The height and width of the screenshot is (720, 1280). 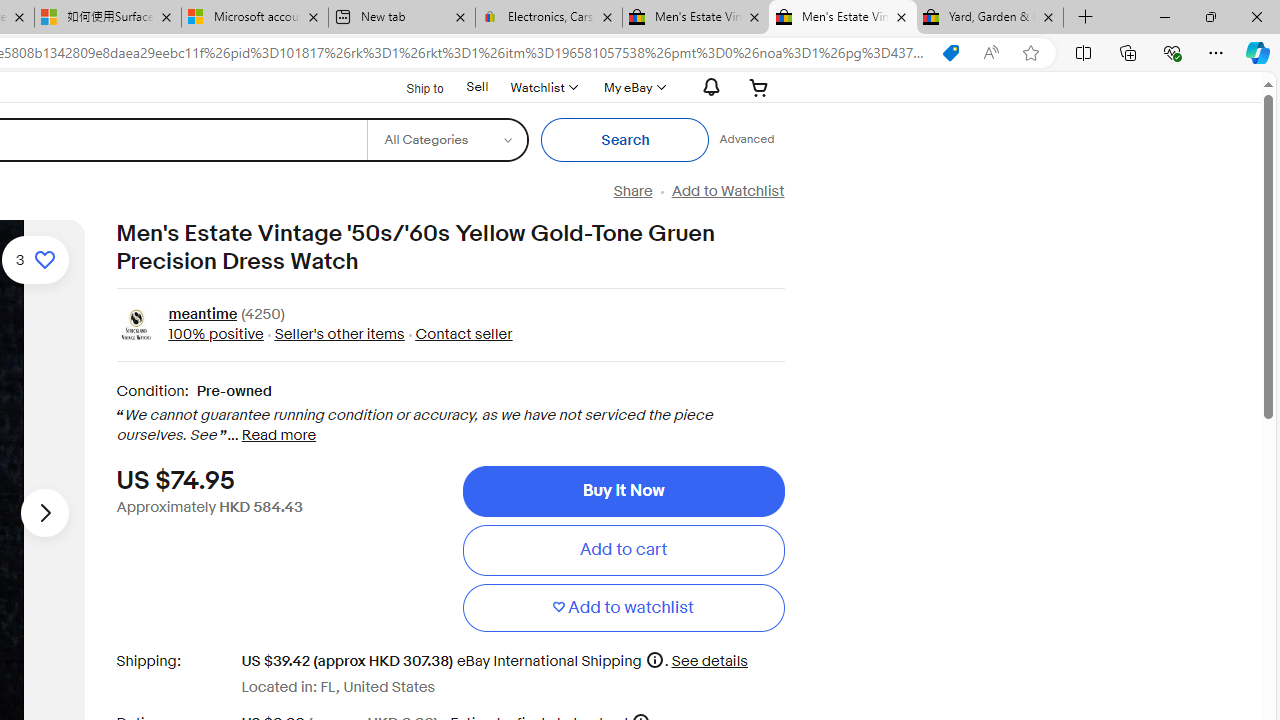 I want to click on 'Ship to', so click(x=411, y=85).